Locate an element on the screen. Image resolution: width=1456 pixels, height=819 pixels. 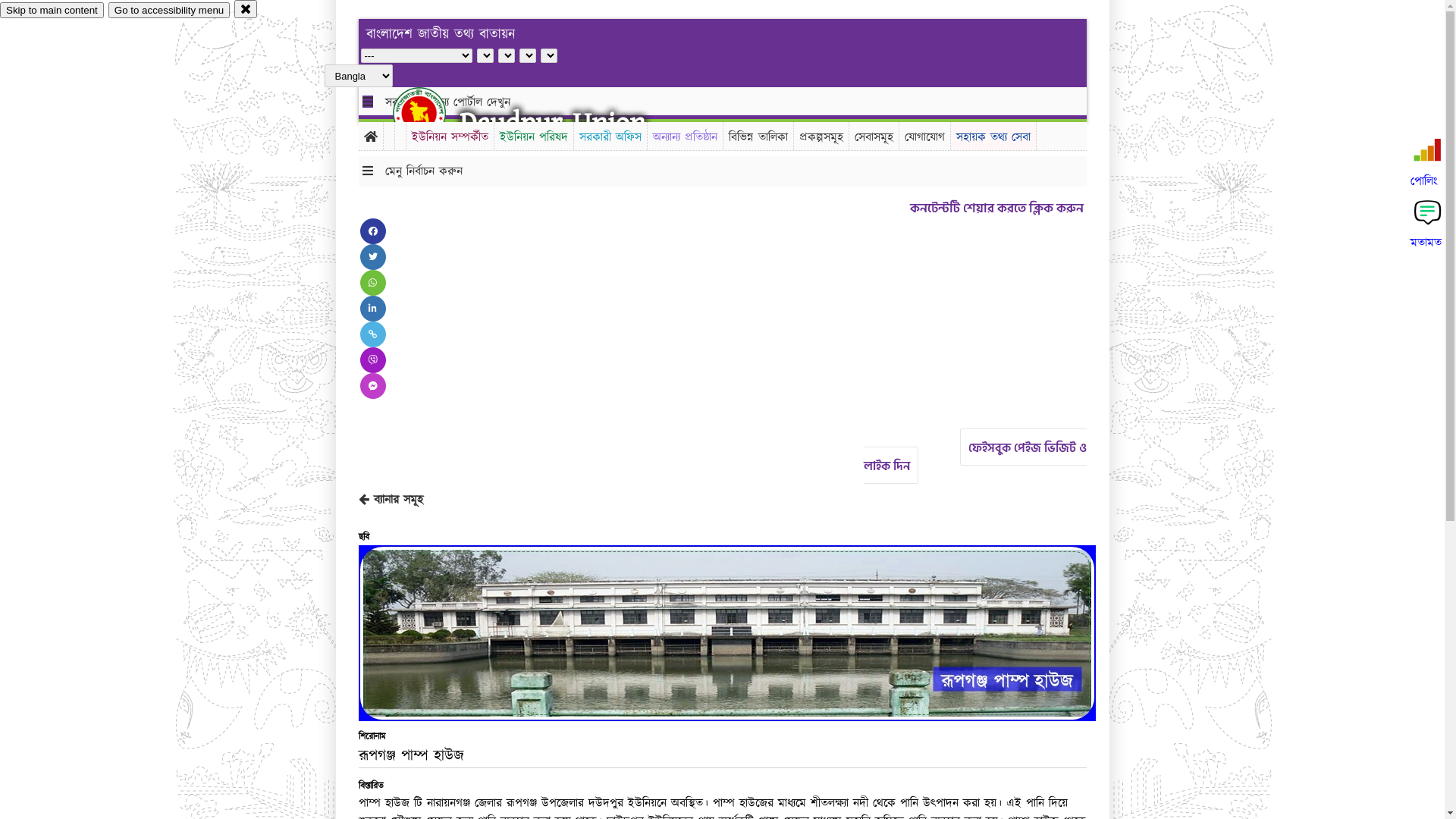
'Daudpur Union' is located at coordinates (551, 122).